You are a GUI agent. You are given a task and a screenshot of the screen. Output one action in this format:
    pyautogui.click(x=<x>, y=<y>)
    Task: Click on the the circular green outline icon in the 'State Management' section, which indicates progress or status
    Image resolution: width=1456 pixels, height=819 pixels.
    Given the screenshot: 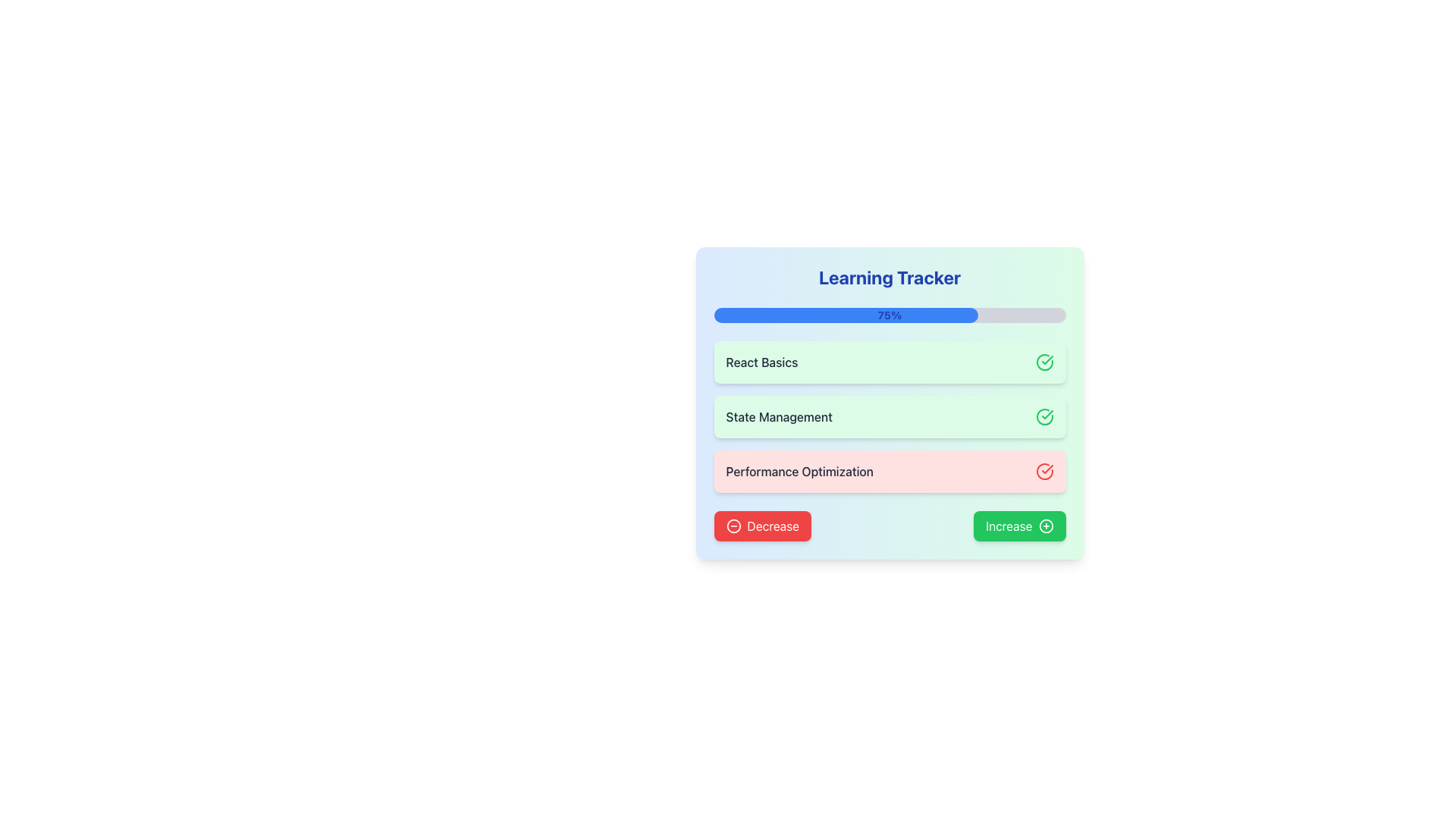 What is the action you would take?
    pyautogui.click(x=1043, y=417)
    